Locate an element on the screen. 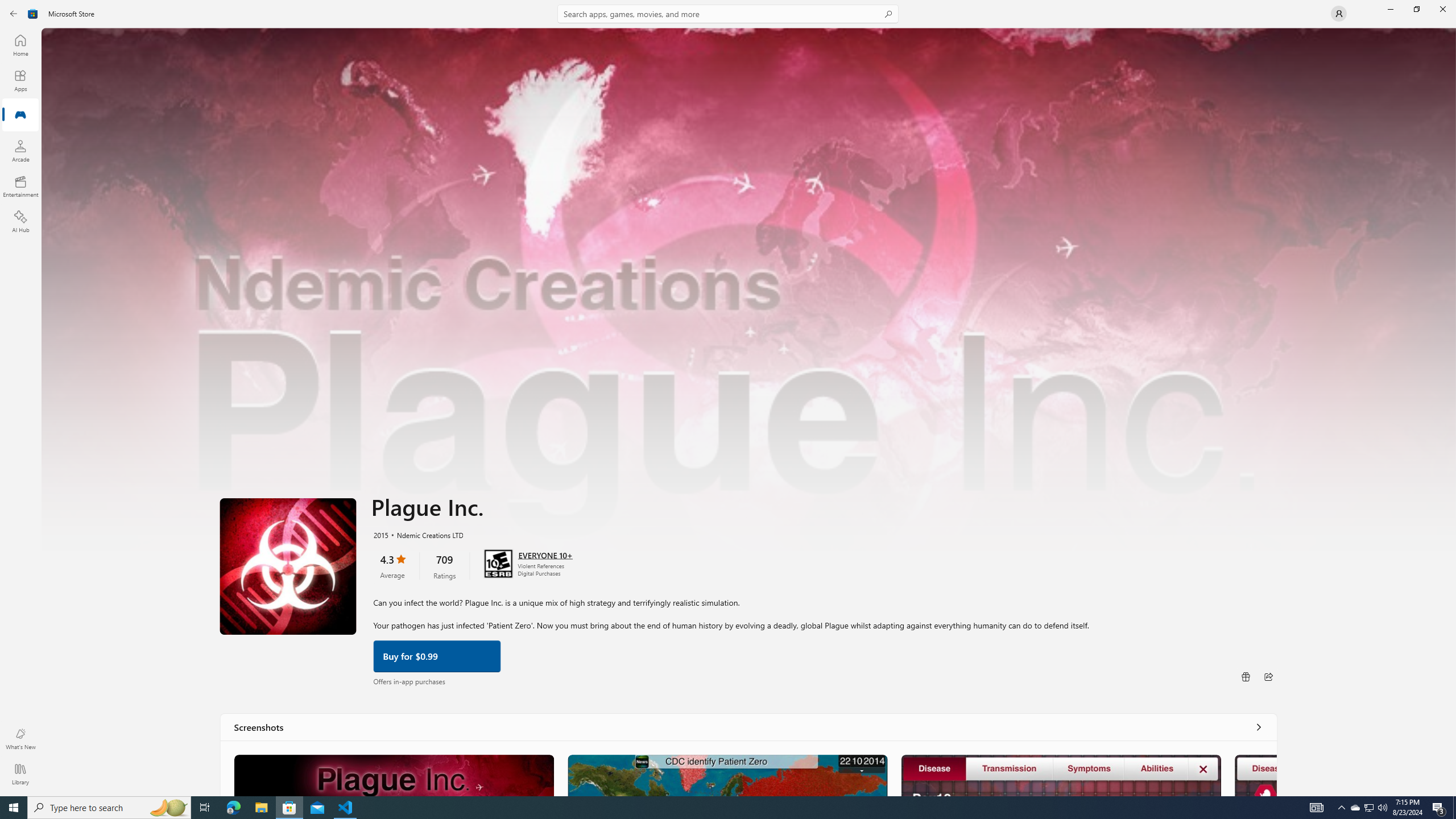  'Apps' is located at coordinates (19, 80).